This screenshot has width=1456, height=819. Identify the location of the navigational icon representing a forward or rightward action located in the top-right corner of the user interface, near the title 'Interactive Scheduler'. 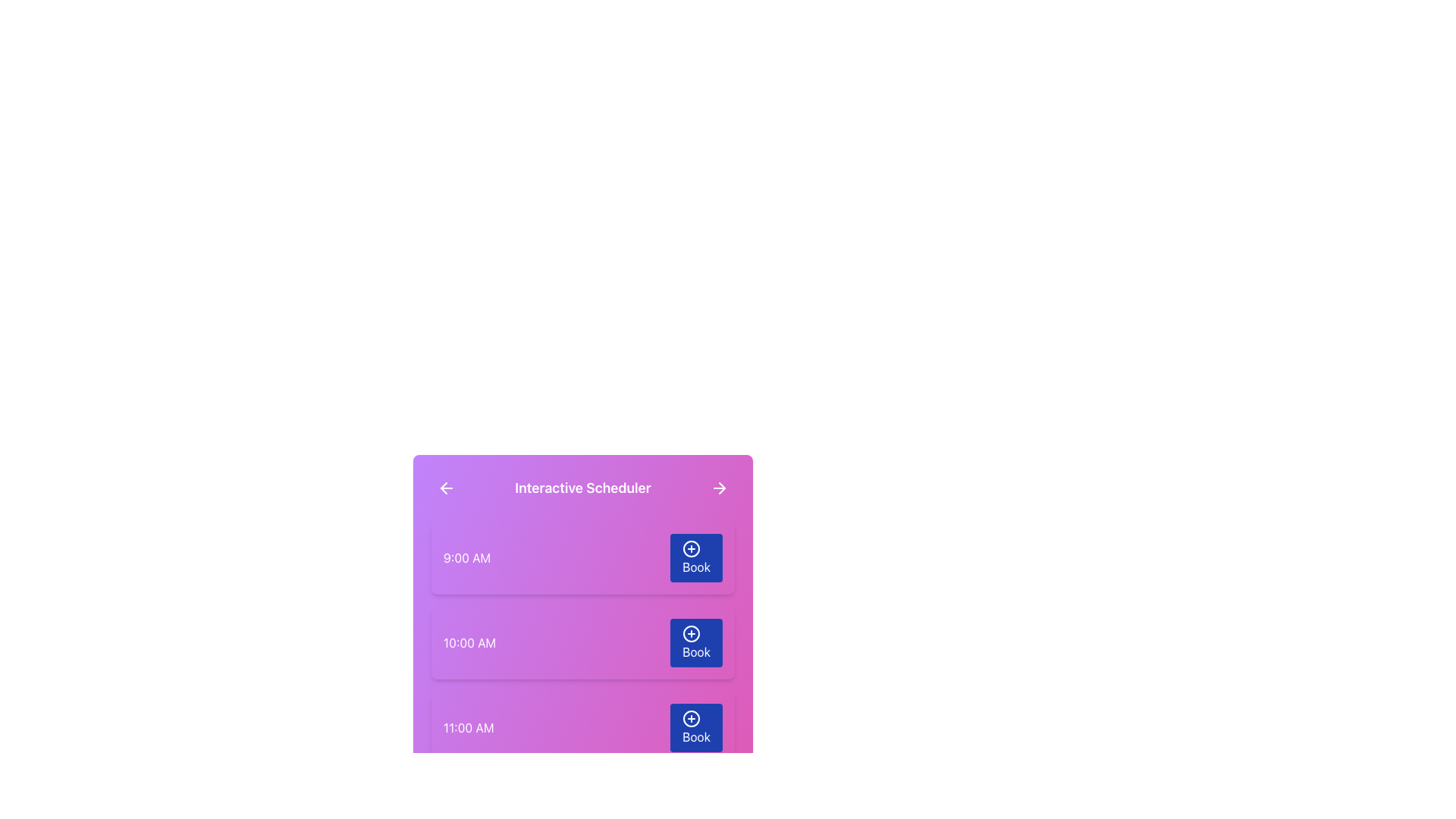
(721, 488).